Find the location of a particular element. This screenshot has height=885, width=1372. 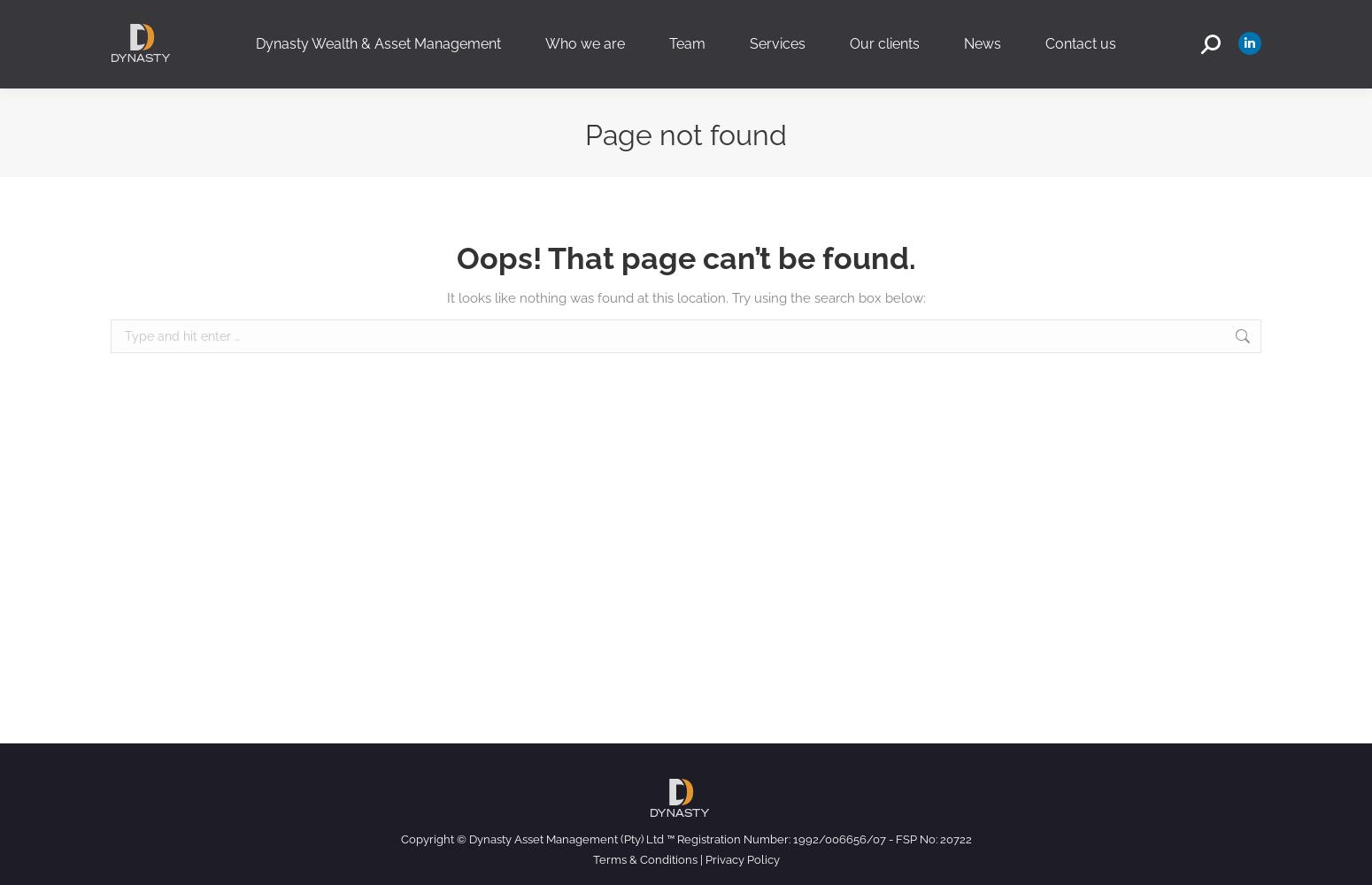

'Page not found' is located at coordinates (686, 134).